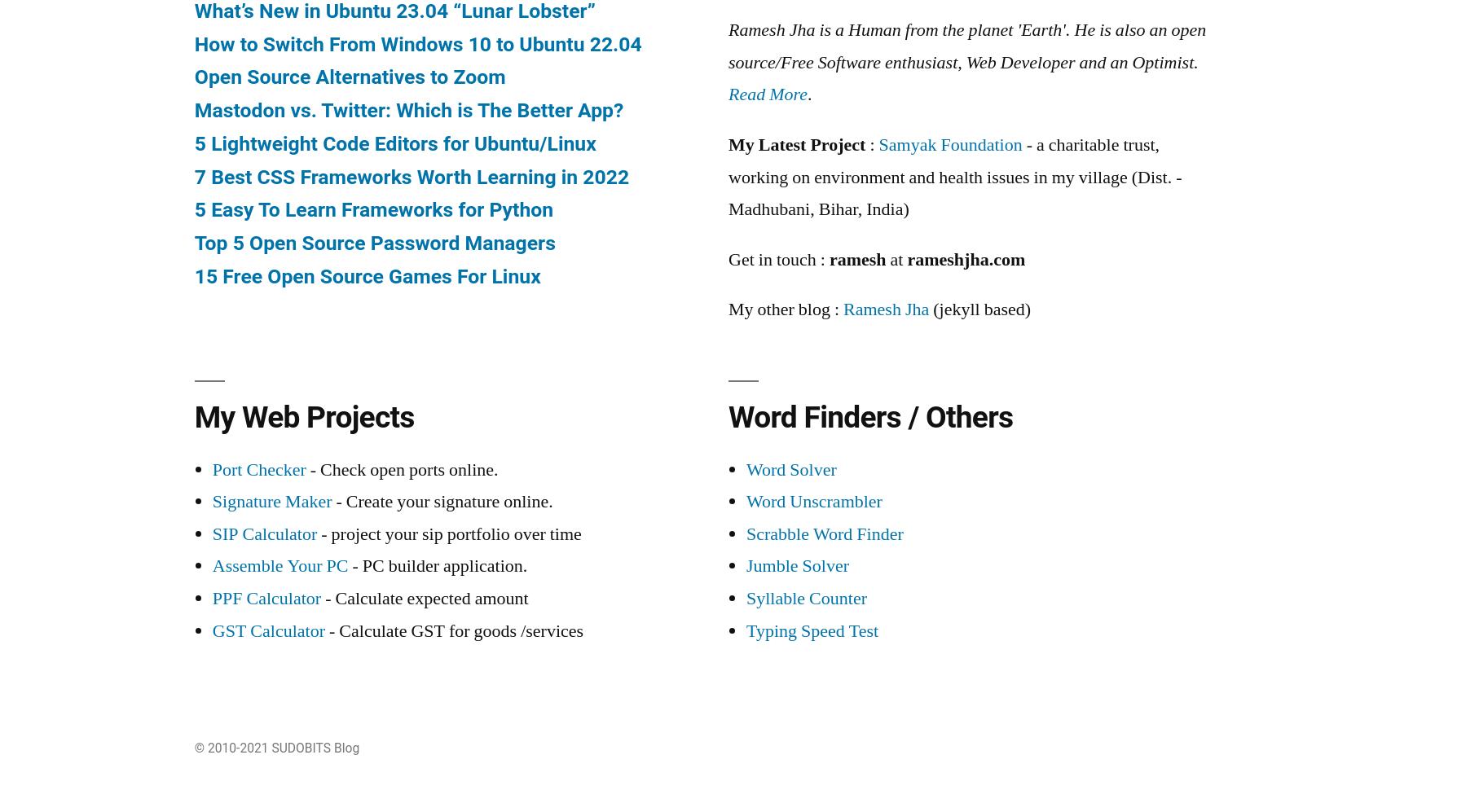 The height and width of the screenshot is (812, 1457). Describe the element at coordinates (258, 468) in the screenshot. I see `'Port Checker'` at that location.